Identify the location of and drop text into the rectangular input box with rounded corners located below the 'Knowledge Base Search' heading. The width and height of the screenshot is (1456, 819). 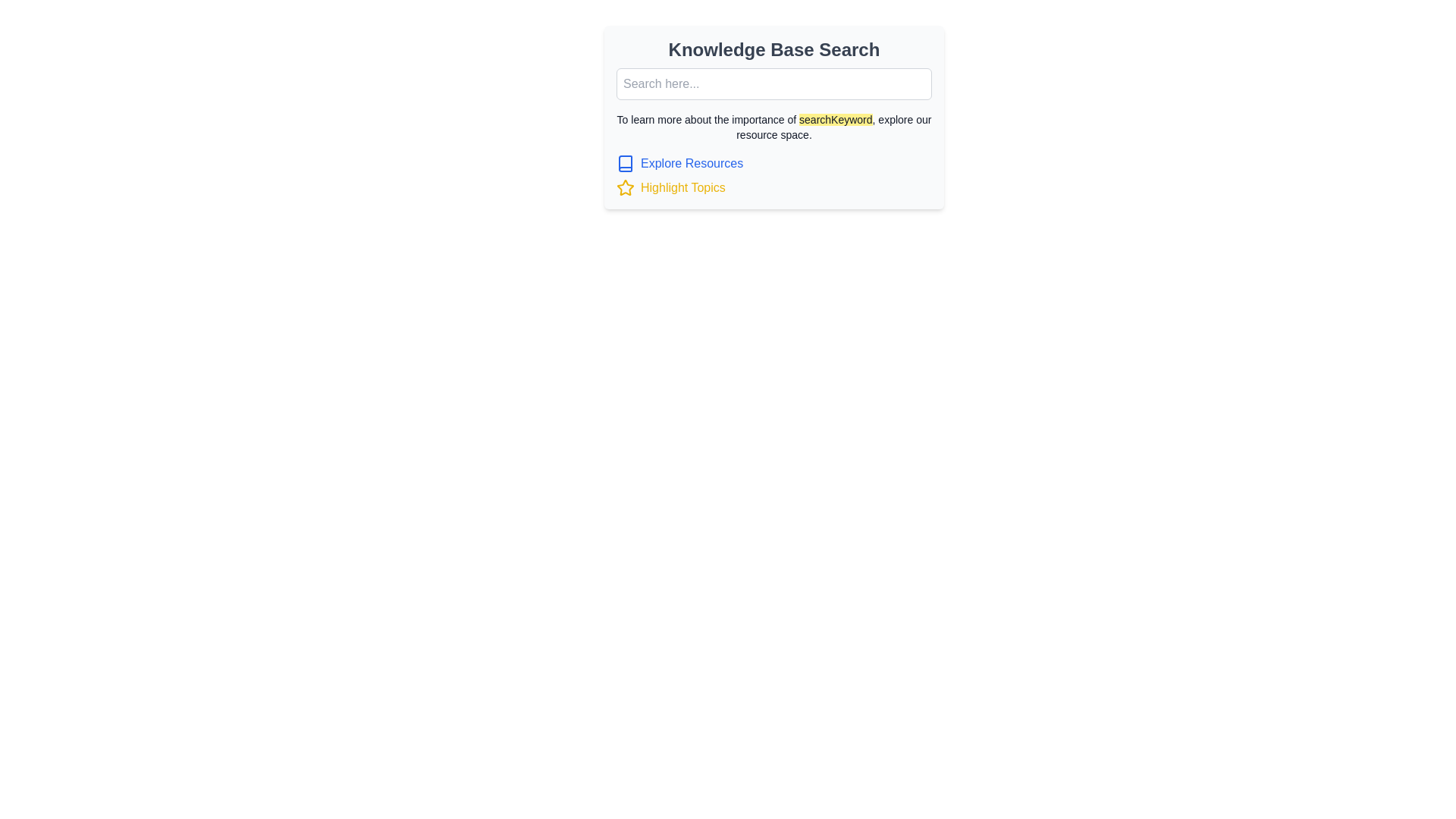
(774, 84).